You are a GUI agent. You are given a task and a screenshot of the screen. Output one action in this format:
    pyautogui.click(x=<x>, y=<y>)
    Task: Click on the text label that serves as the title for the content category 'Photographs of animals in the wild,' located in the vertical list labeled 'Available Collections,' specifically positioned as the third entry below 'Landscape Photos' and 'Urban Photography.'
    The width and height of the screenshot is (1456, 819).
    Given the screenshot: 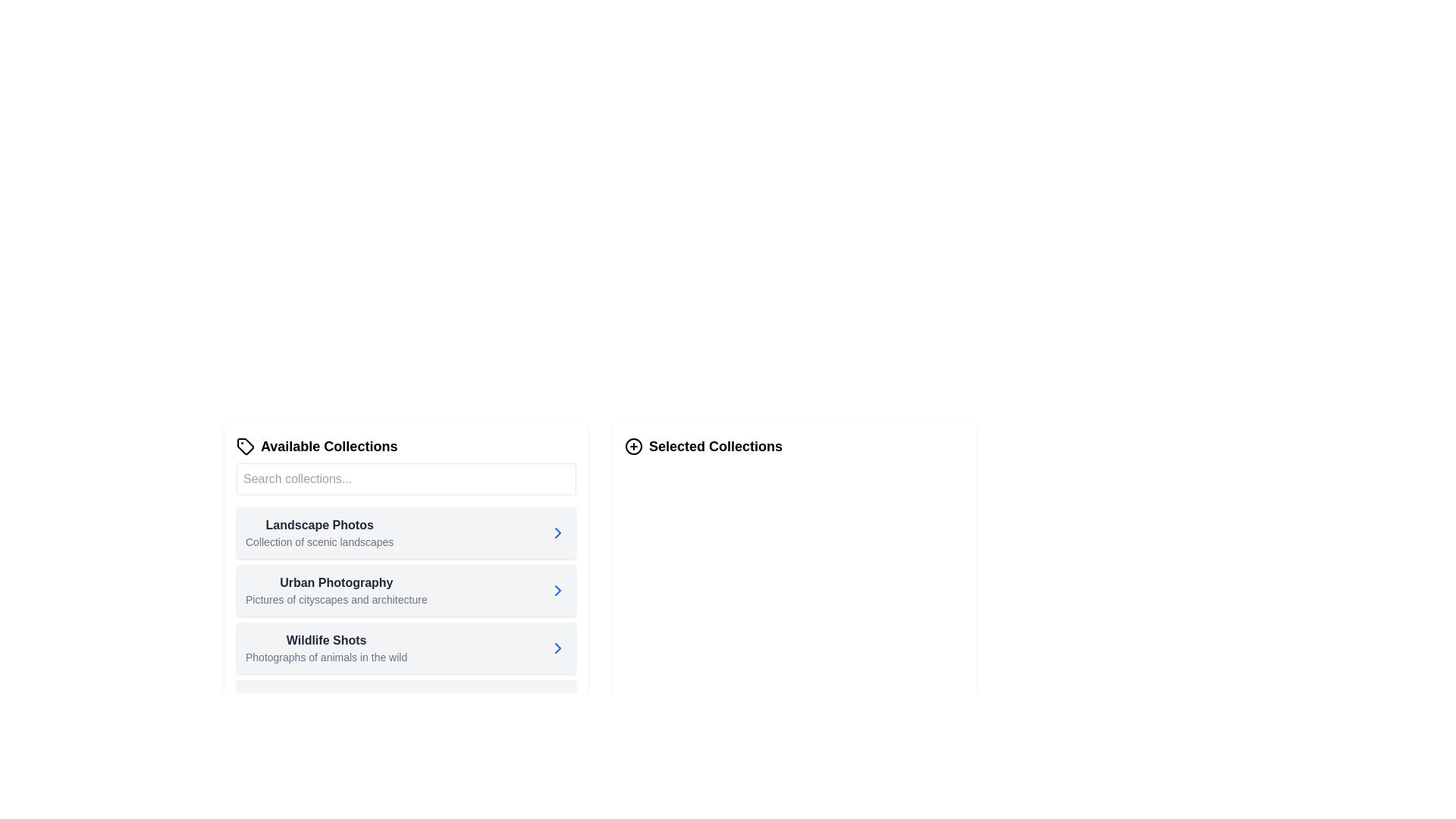 What is the action you would take?
    pyautogui.click(x=325, y=640)
    